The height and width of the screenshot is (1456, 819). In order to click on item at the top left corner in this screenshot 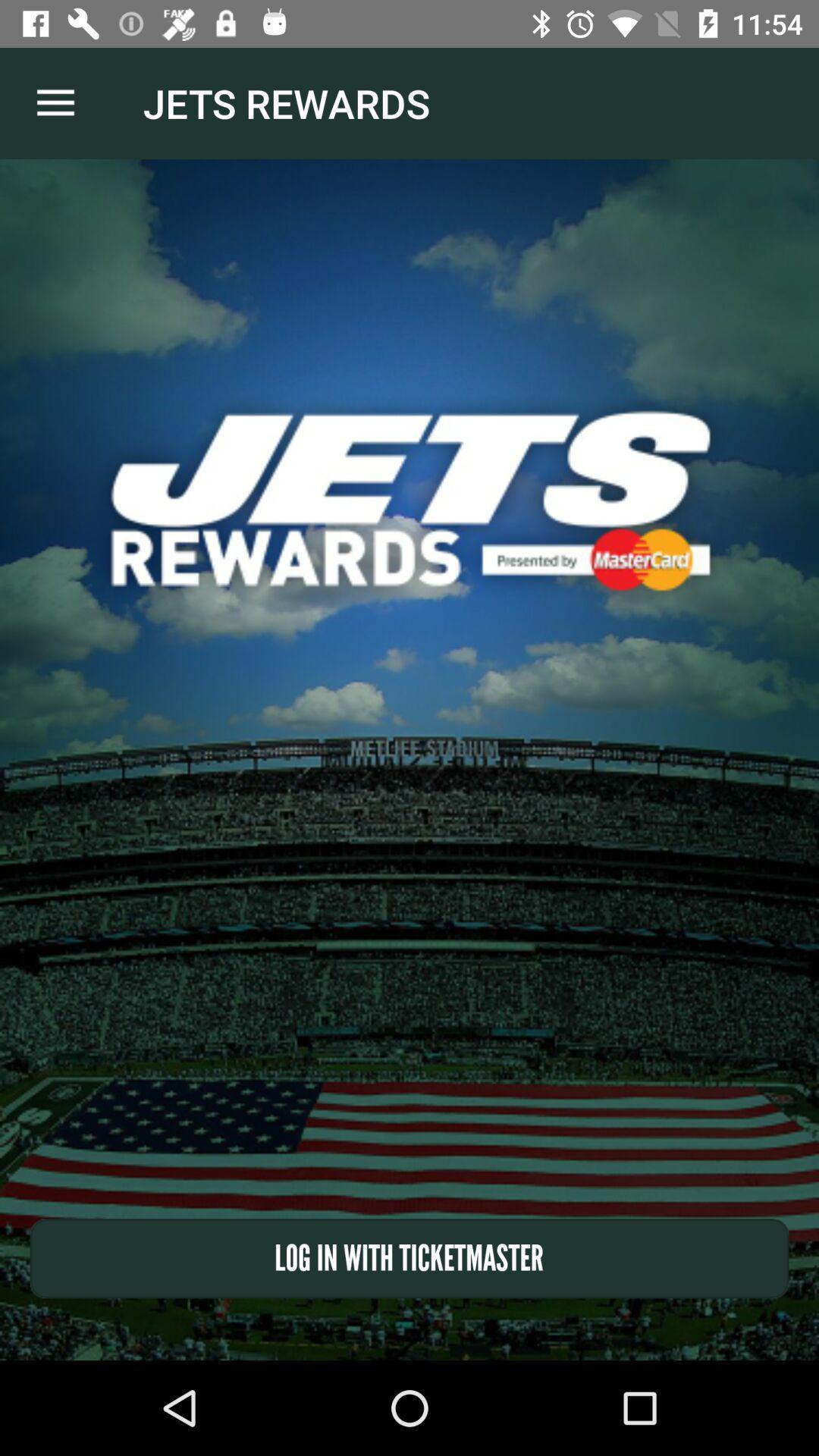, I will do `click(55, 102)`.